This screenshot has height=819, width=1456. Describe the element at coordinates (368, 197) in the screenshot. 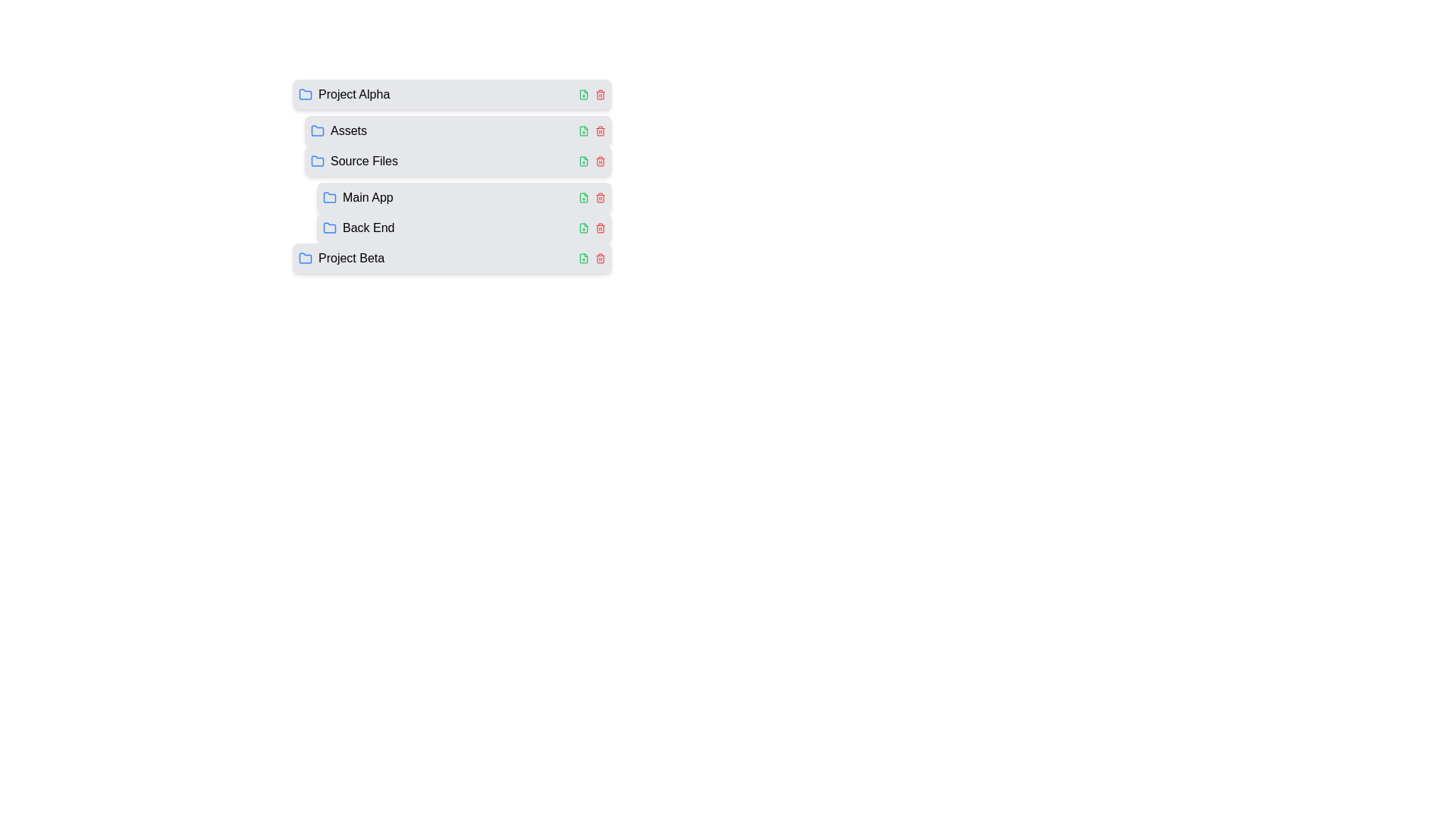

I see `the 'Main App' text label, which is styled with a standard font and located next to a blue folder icon in the interactive list under 'Source Files'` at that location.